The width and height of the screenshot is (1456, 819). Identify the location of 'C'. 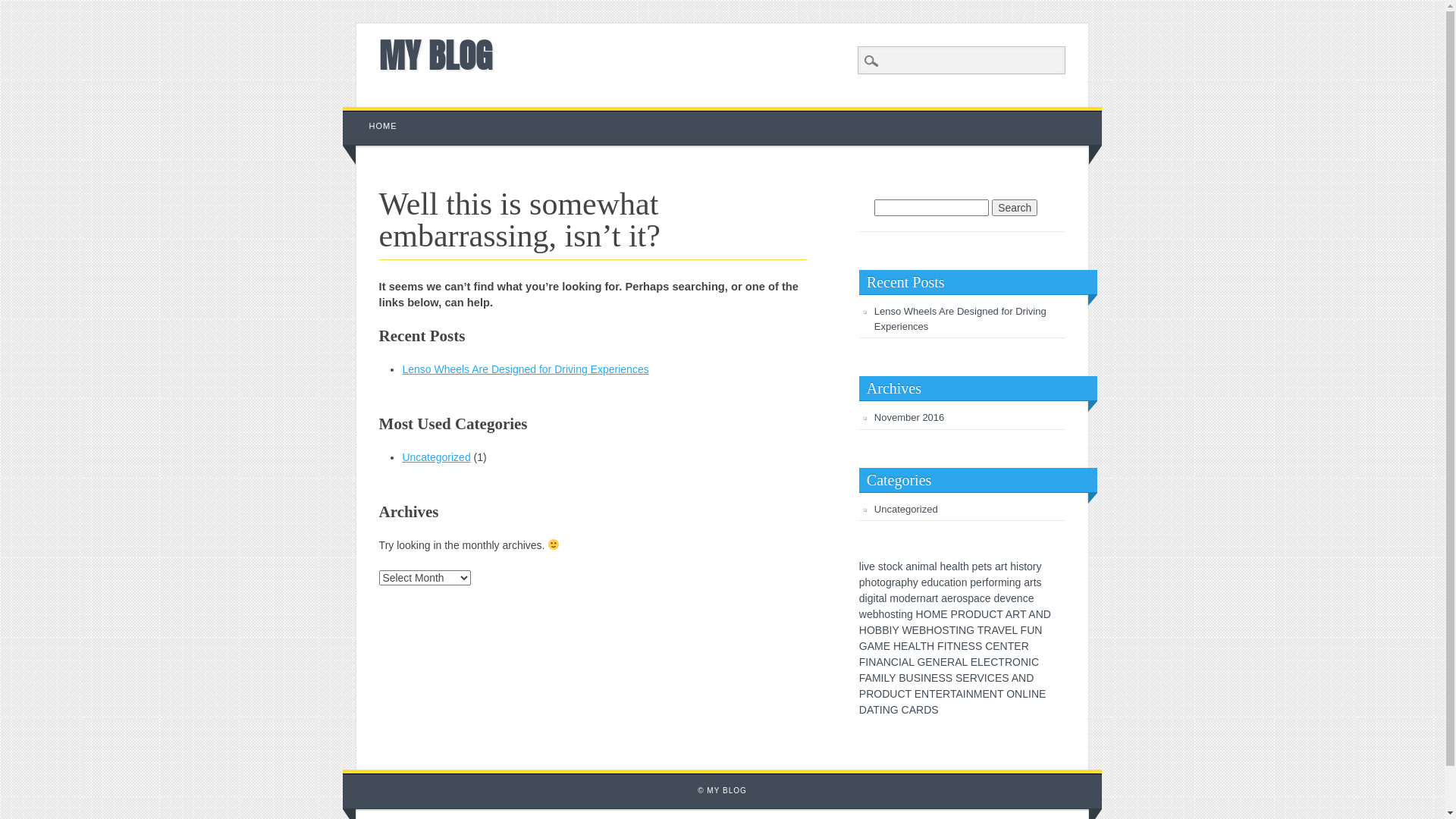
(900, 693).